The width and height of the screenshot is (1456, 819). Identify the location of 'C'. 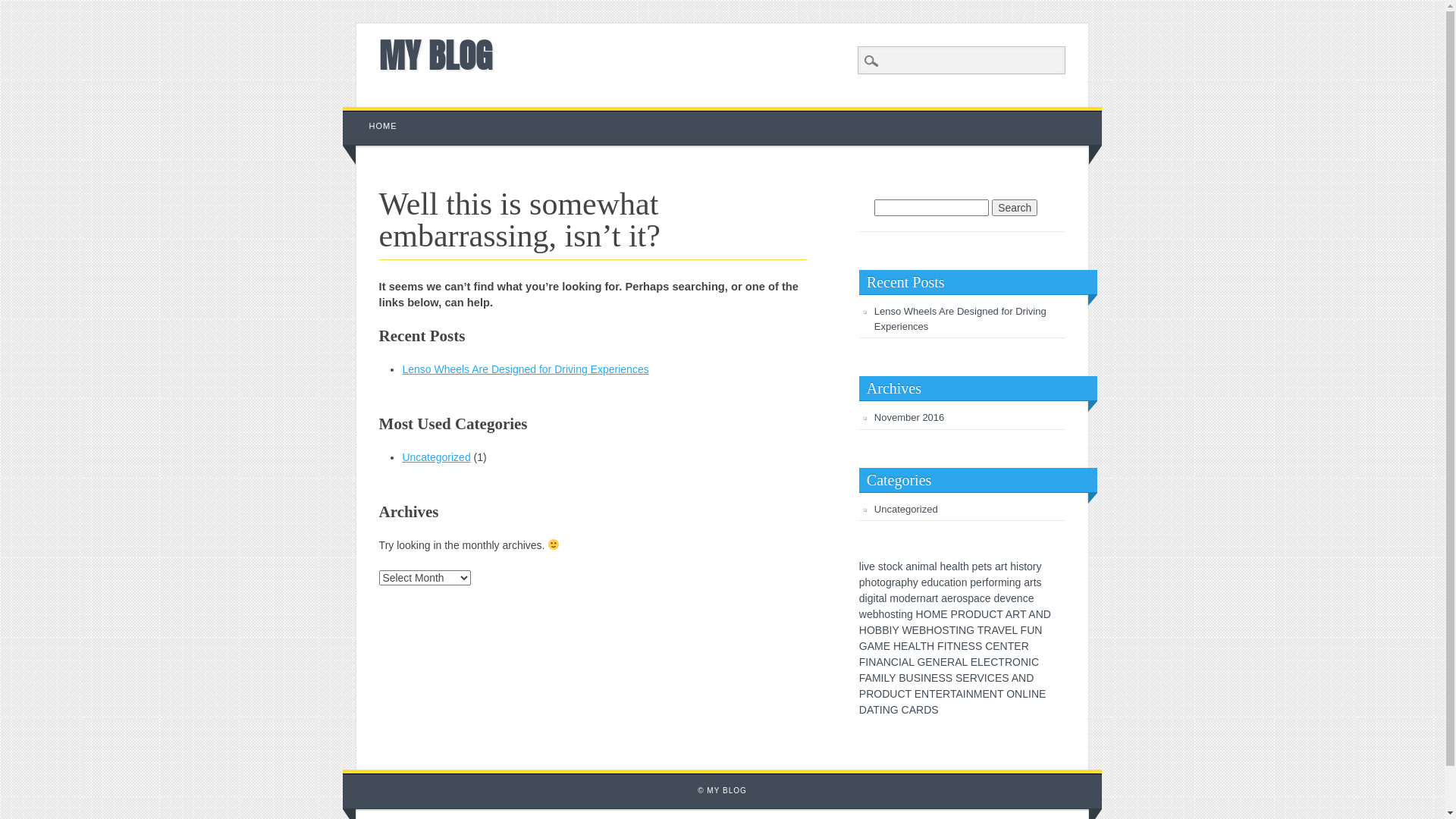
(900, 693).